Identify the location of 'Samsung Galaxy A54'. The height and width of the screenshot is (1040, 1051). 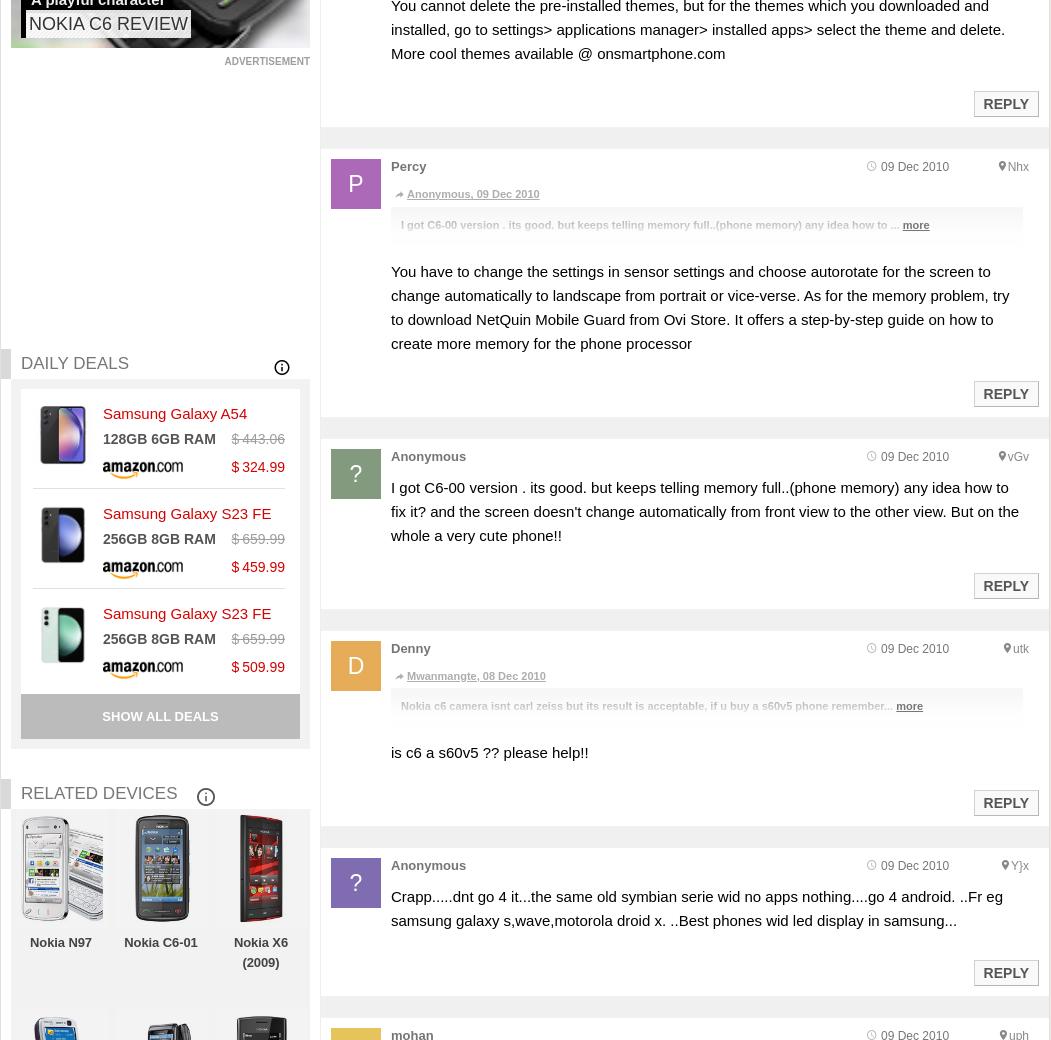
(174, 412).